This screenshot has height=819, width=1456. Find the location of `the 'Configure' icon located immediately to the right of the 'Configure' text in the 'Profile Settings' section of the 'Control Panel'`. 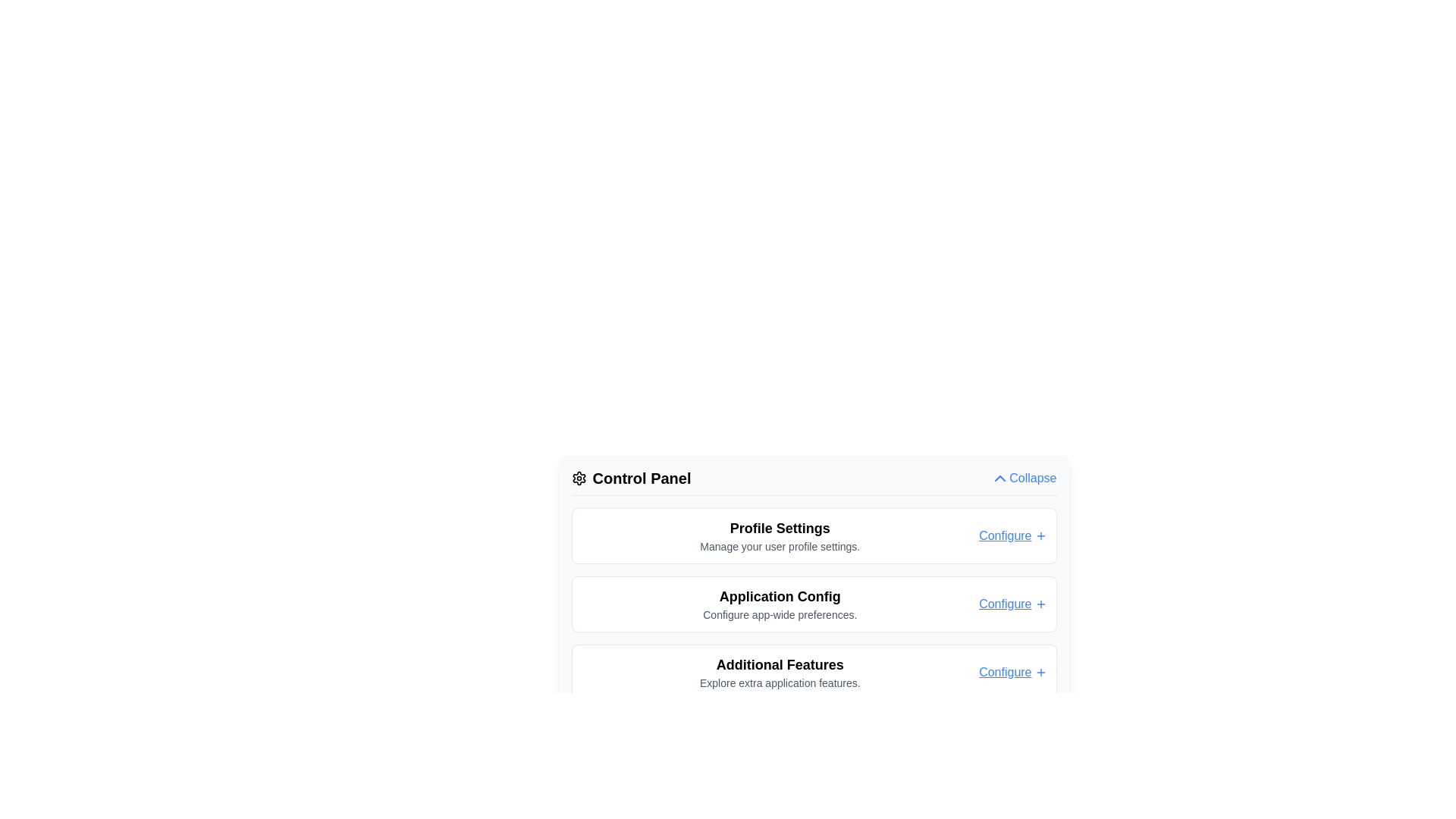

the 'Configure' icon located immediately to the right of the 'Configure' text in the 'Profile Settings' section of the 'Control Panel' is located at coordinates (1040, 535).